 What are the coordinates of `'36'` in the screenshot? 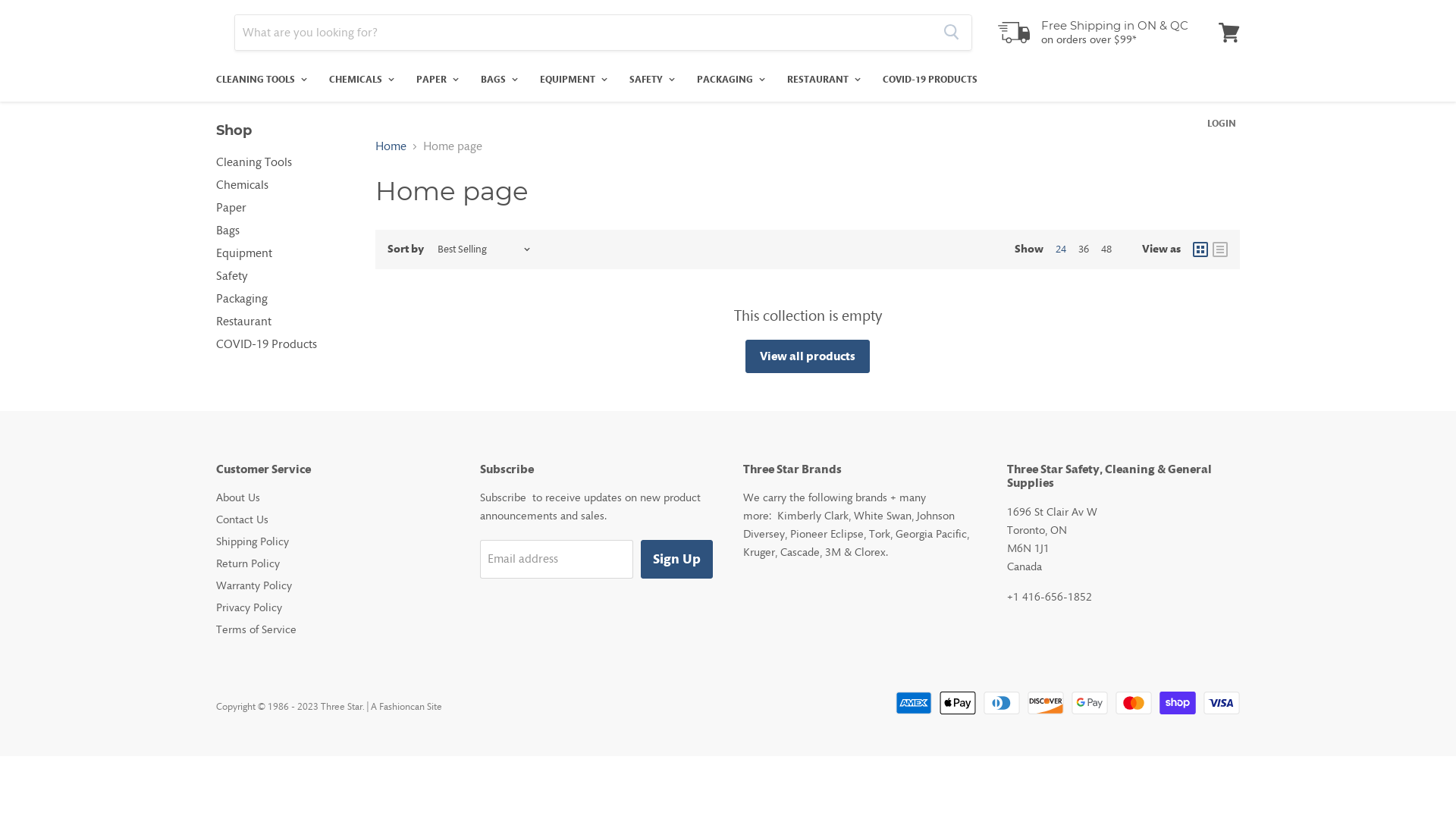 It's located at (1077, 248).